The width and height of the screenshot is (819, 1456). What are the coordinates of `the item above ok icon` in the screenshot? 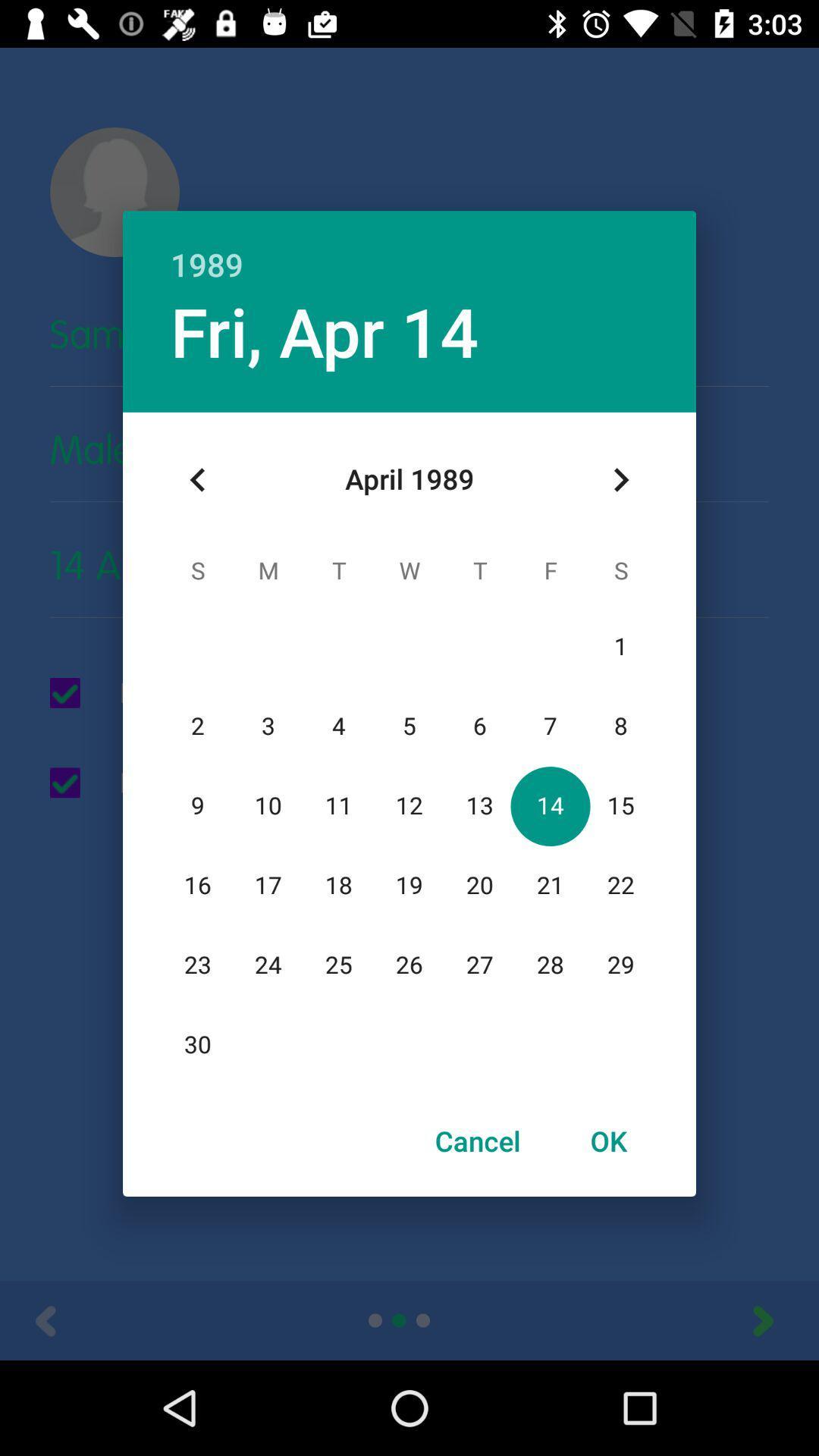 It's located at (620, 479).